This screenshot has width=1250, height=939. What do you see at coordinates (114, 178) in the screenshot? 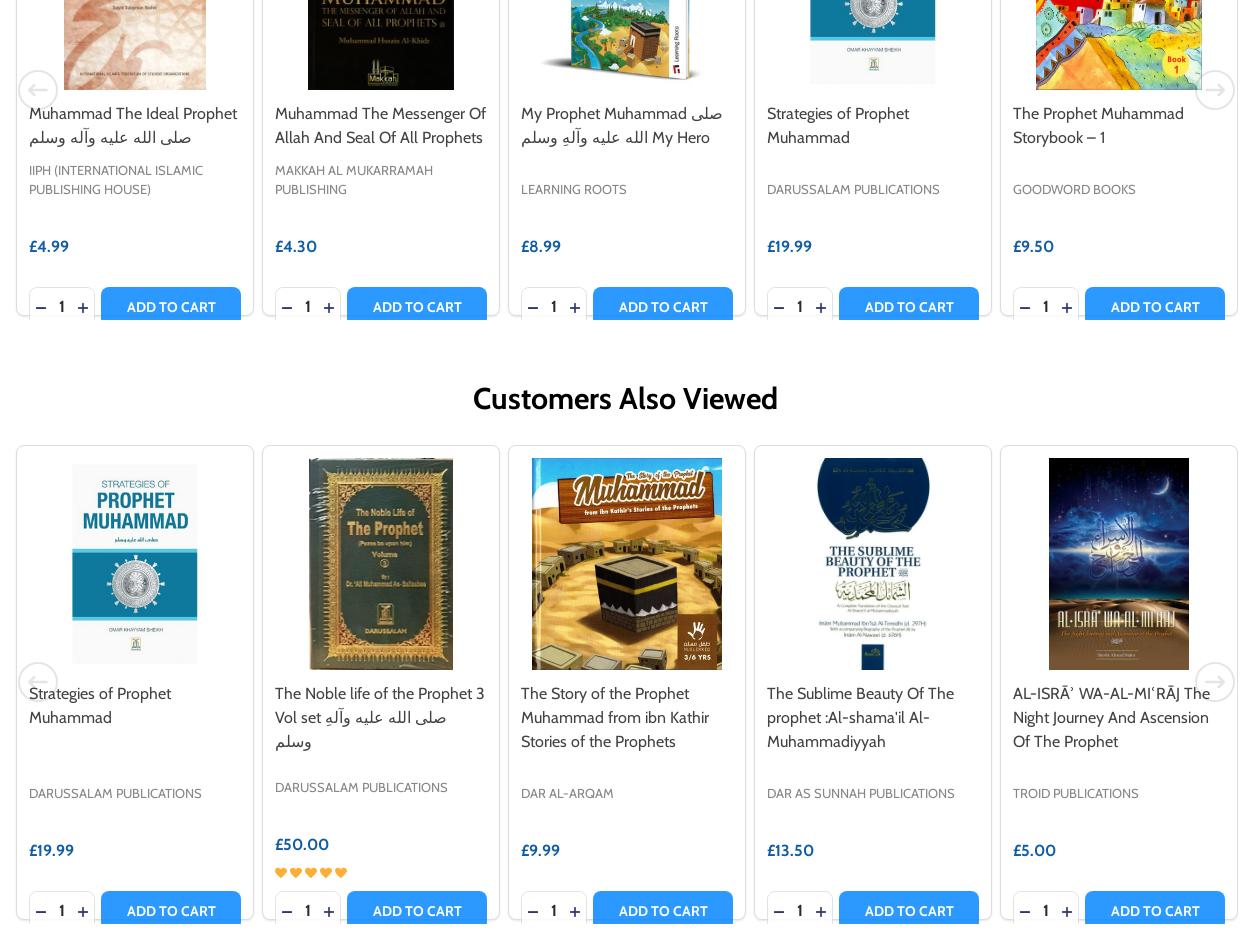
I see `'IIPH (International Islamic Publishing House)'` at bounding box center [114, 178].